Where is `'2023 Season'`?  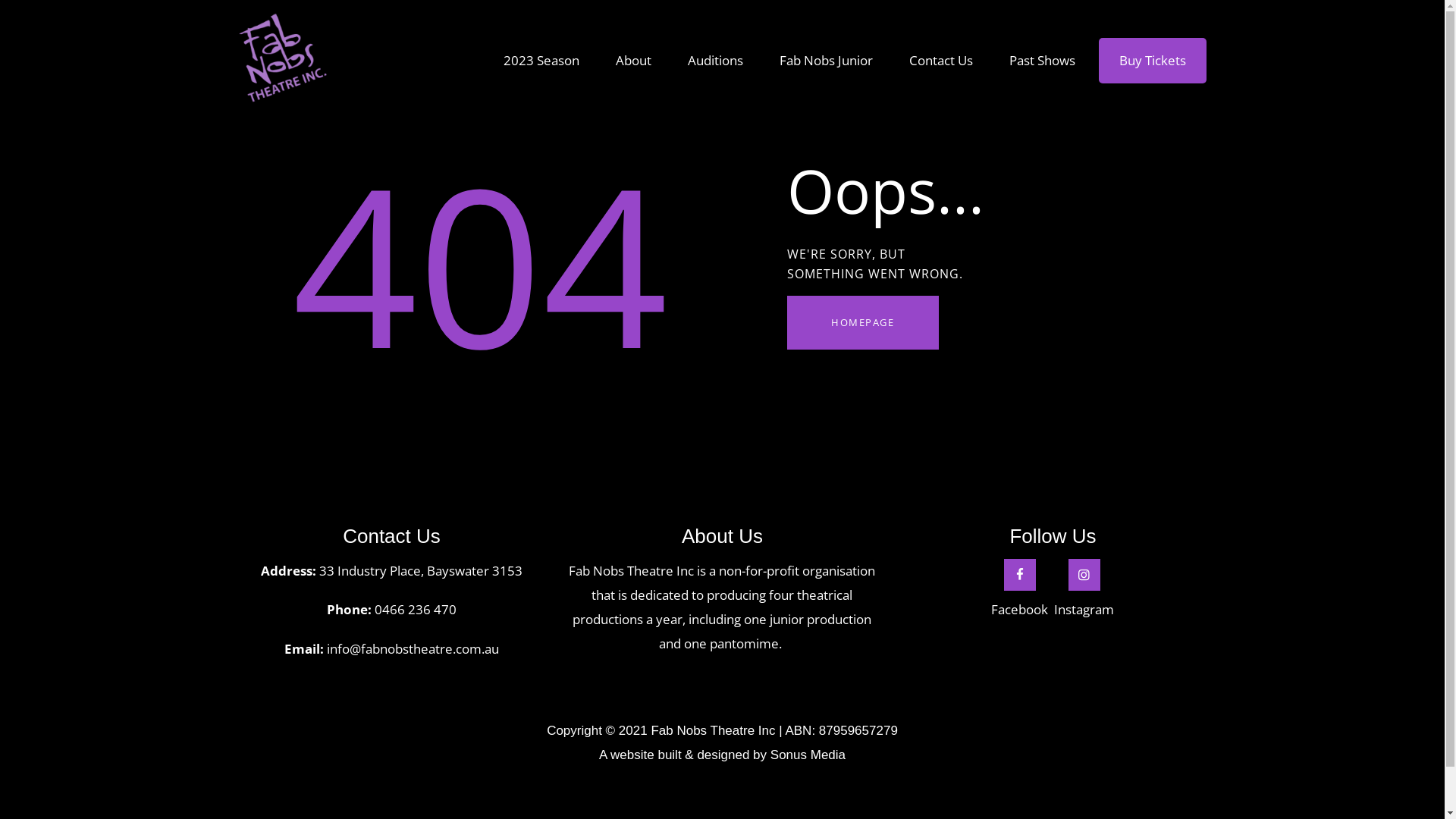
'2023 Season' is located at coordinates (541, 60).